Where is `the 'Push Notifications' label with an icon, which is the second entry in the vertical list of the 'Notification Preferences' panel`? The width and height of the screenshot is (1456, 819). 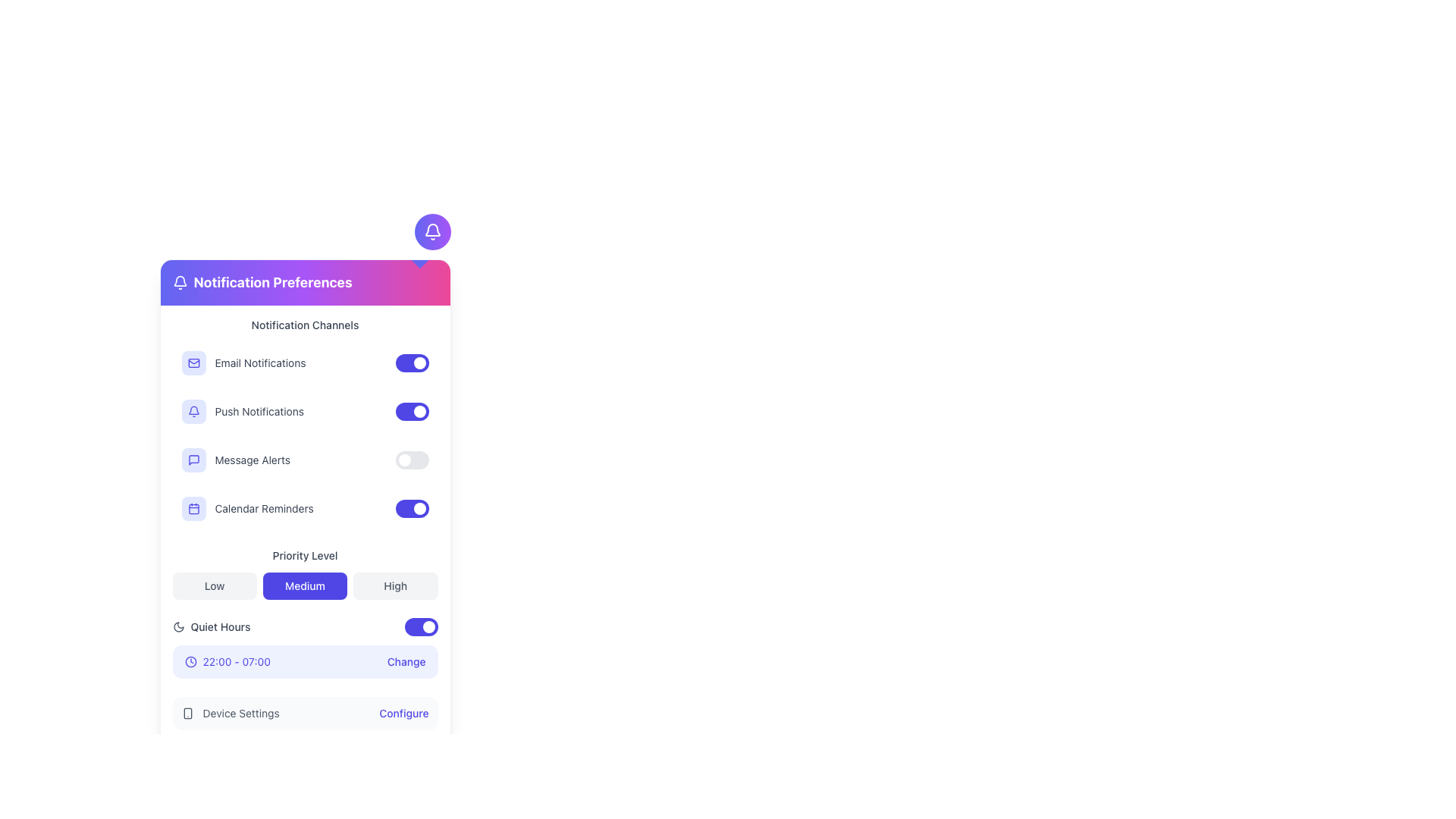 the 'Push Notifications' label with an icon, which is the second entry in the vertical list of the 'Notification Preferences' panel is located at coordinates (243, 412).